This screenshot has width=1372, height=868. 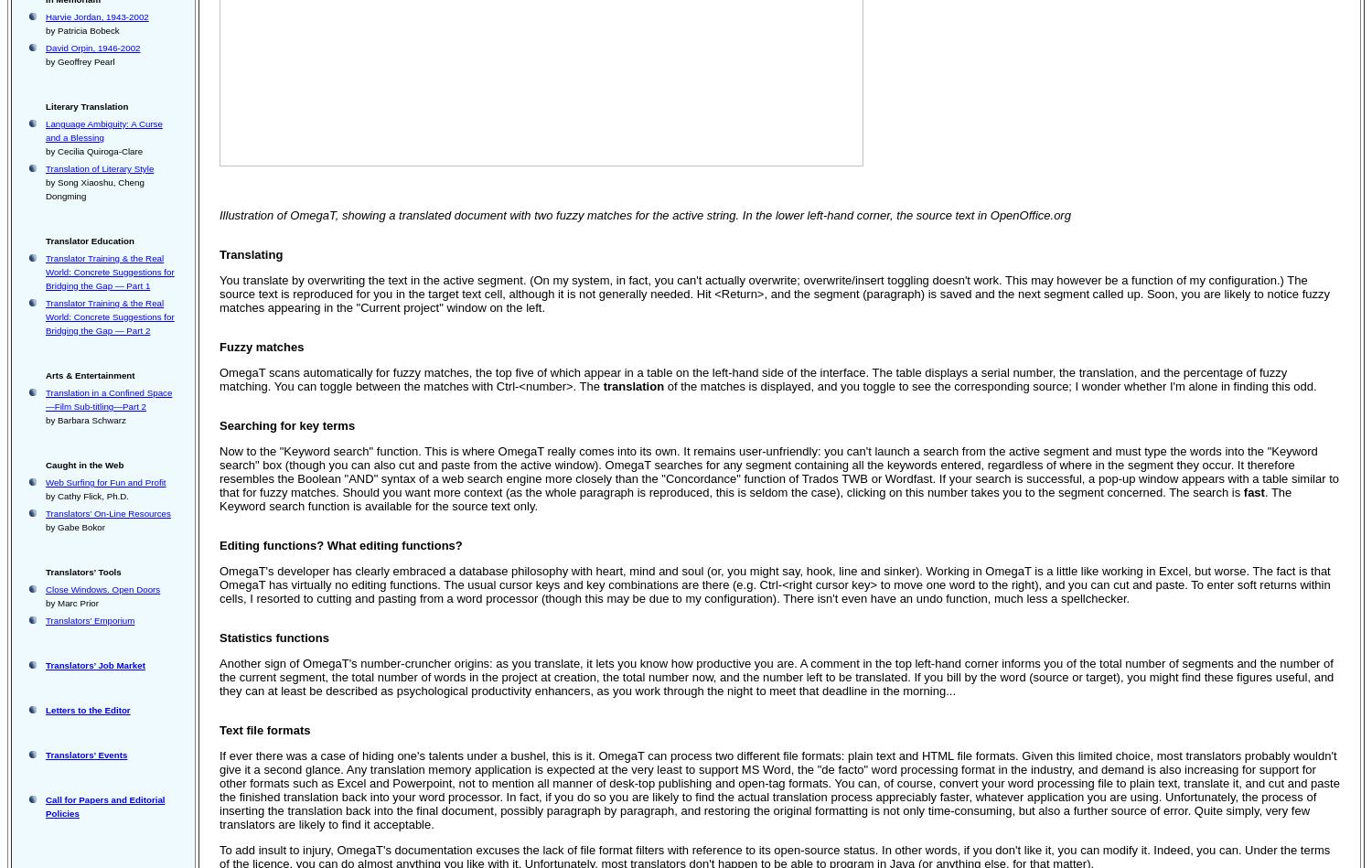 What do you see at coordinates (86, 495) in the screenshot?
I see `'by Cathy Flick, Ph.D.'` at bounding box center [86, 495].